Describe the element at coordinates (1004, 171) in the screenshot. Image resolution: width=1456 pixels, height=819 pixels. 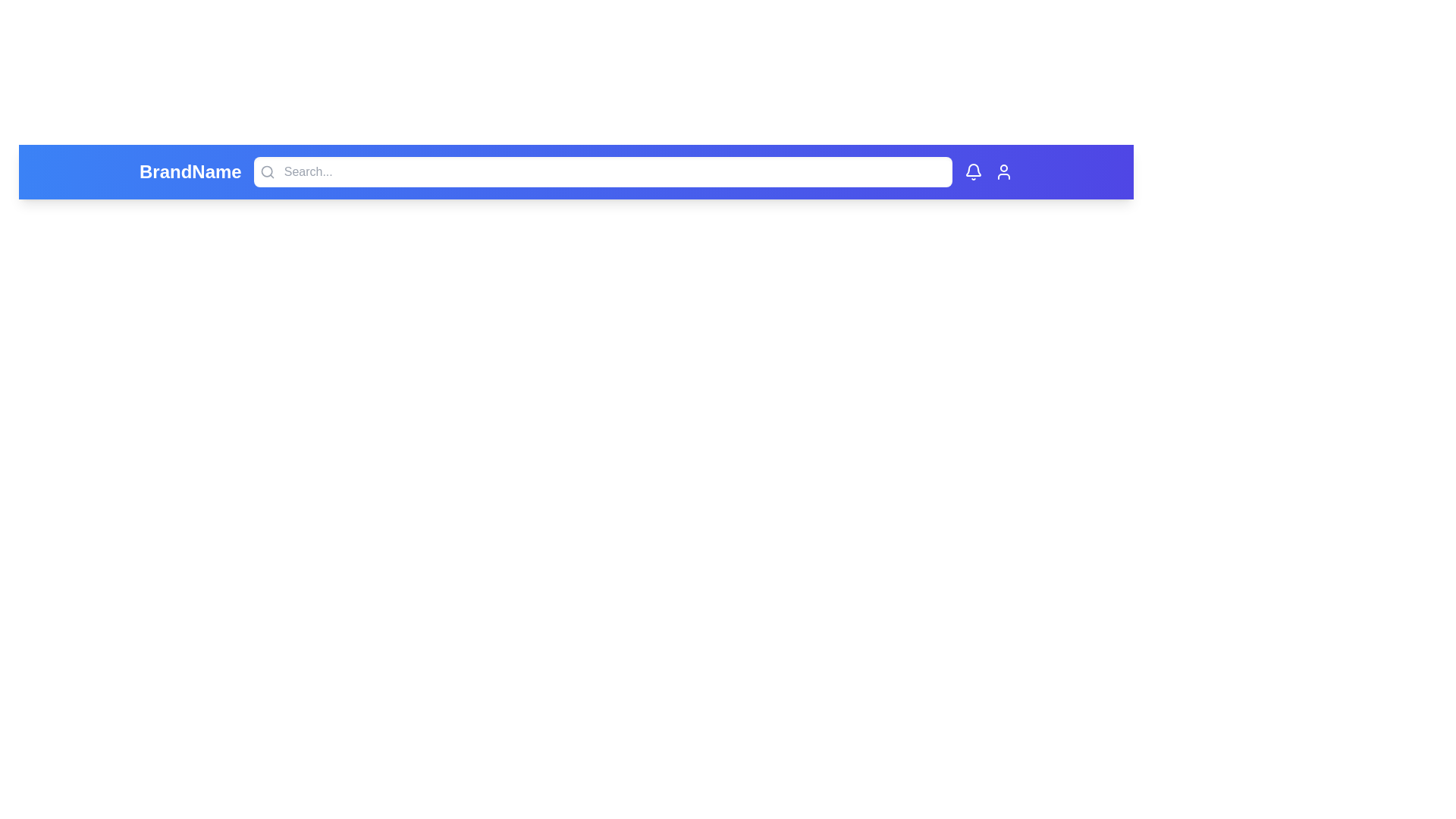
I see `the user icon in the top-right corner of the app bar` at that location.